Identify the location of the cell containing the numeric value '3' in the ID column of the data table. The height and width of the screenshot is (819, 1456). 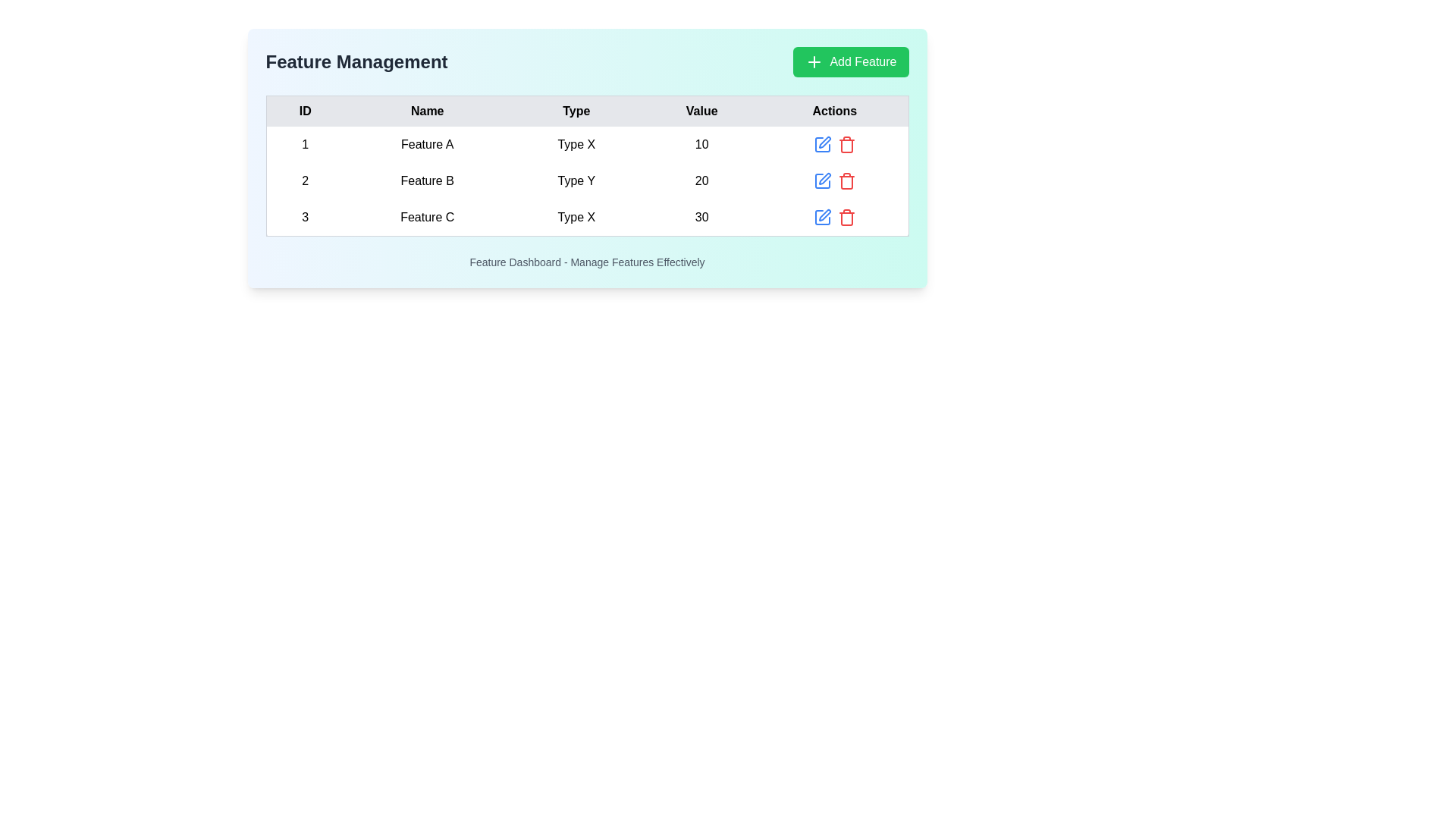
(304, 218).